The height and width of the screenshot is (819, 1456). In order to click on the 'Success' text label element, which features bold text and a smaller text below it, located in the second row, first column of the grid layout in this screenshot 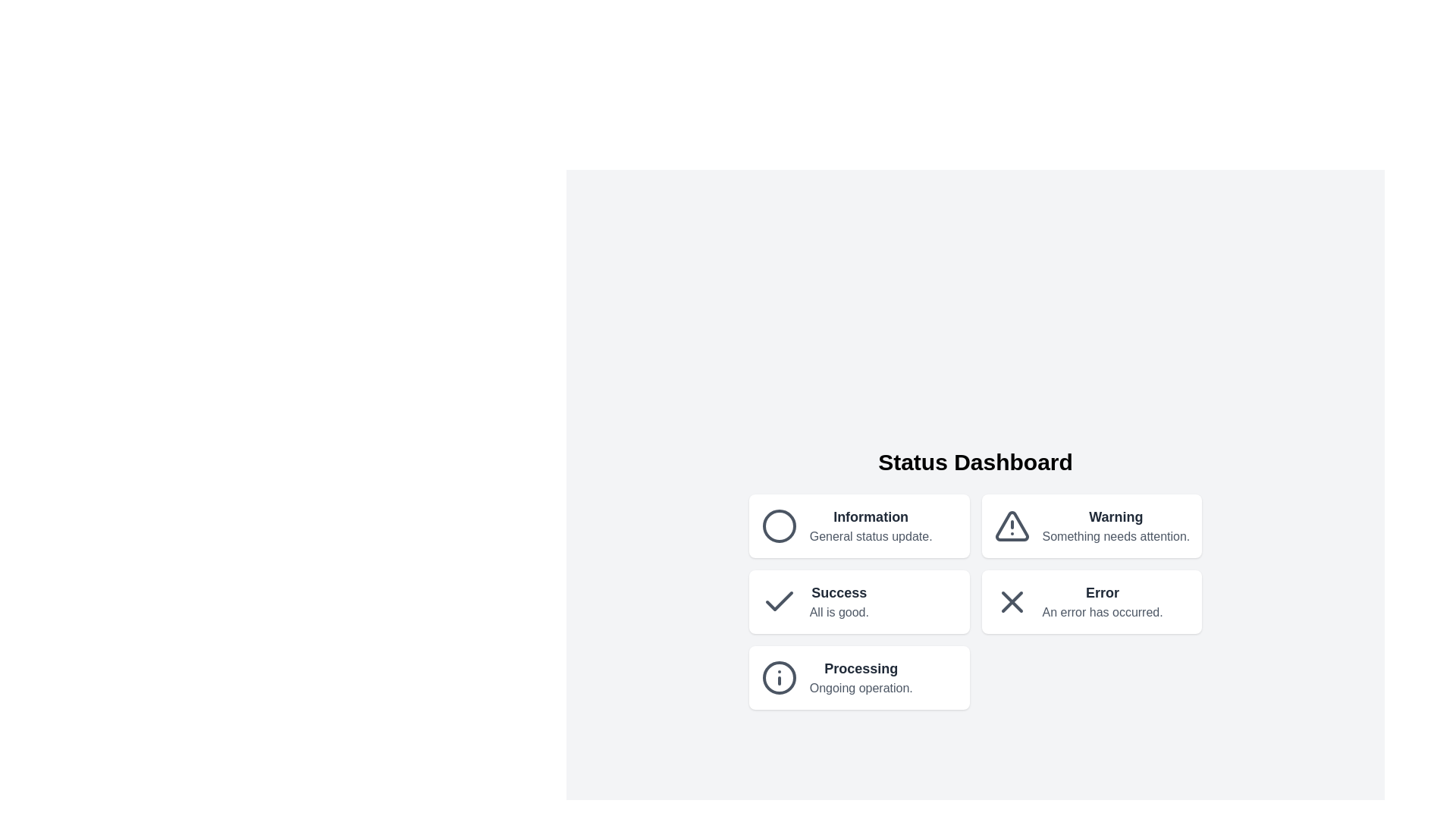, I will do `click(838, 601)`.